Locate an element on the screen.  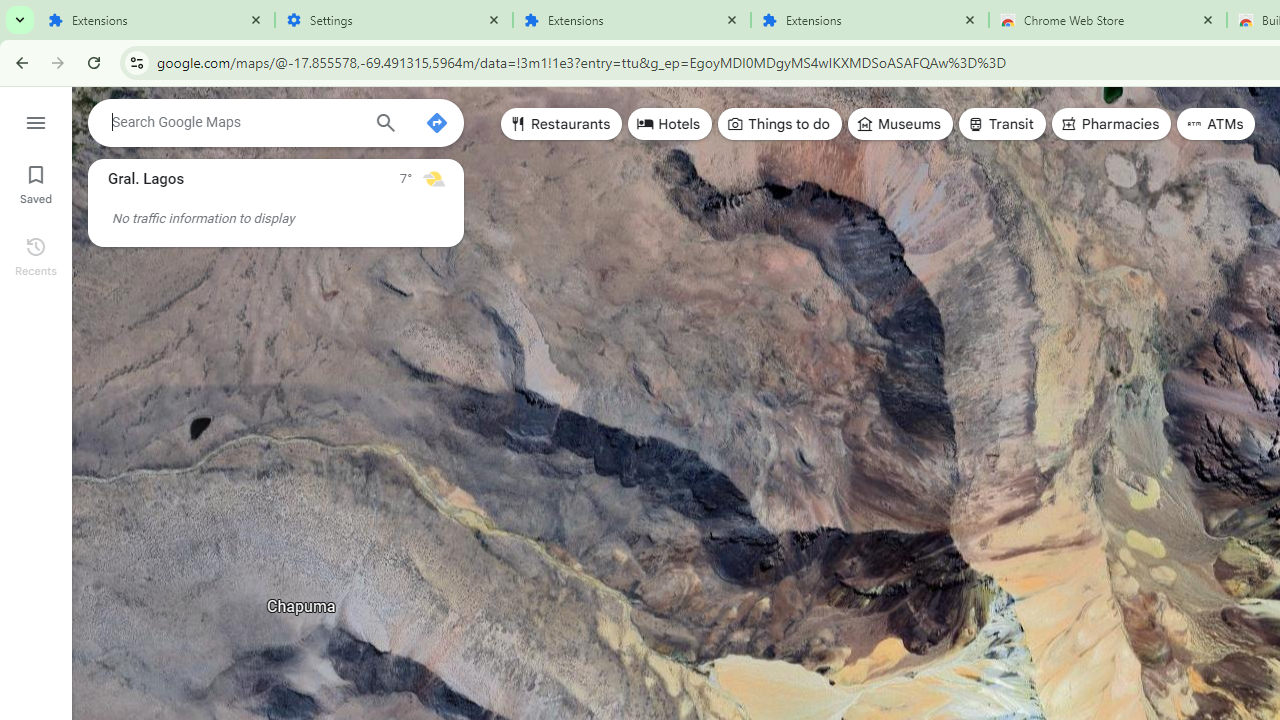
'Museums' is located at coordinates (899, 124).